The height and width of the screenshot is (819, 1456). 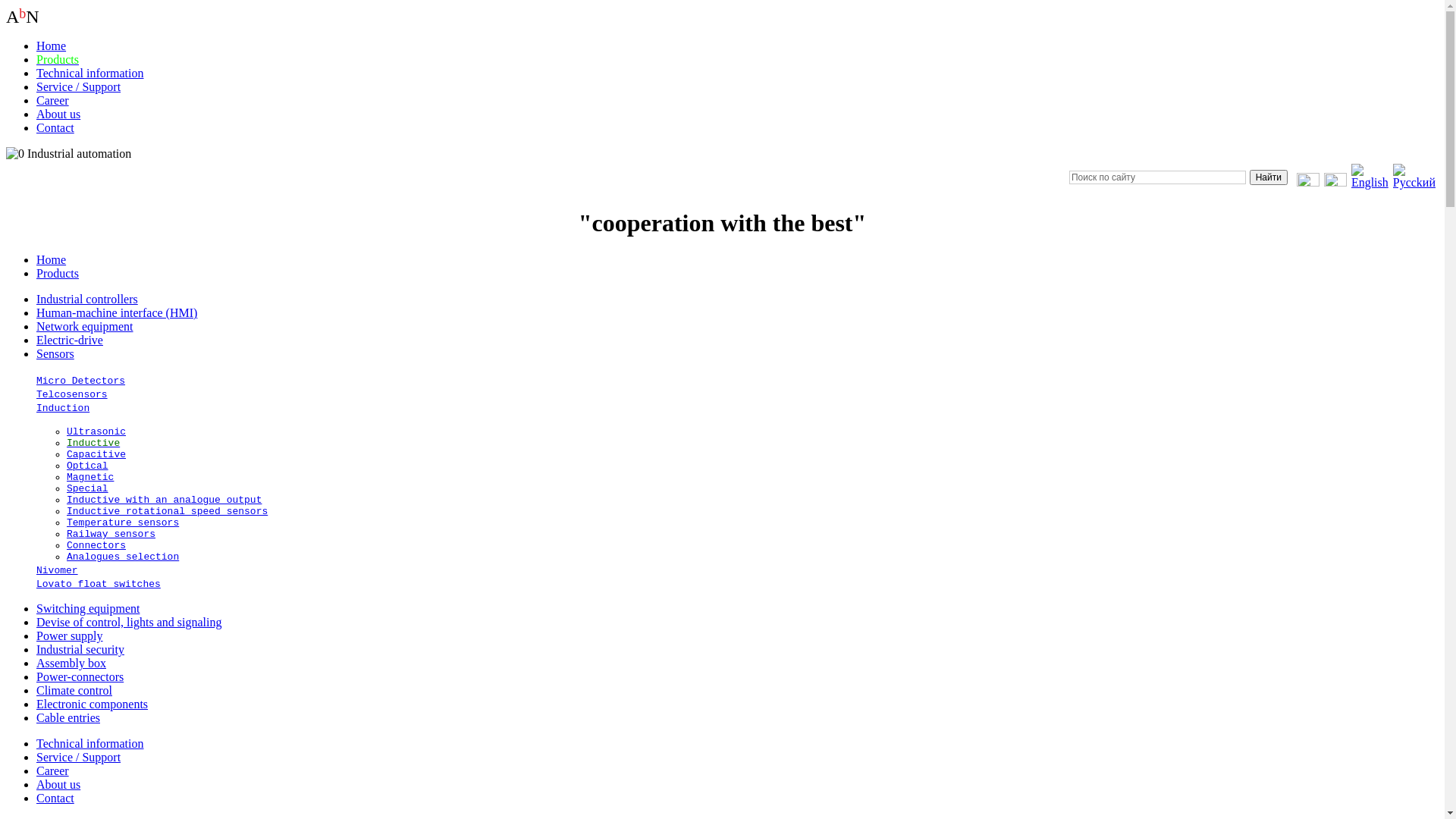 What do you see at coordinates (65, 488) in the screenshot?
I see `'Special'` at bounding box center [65, 488].